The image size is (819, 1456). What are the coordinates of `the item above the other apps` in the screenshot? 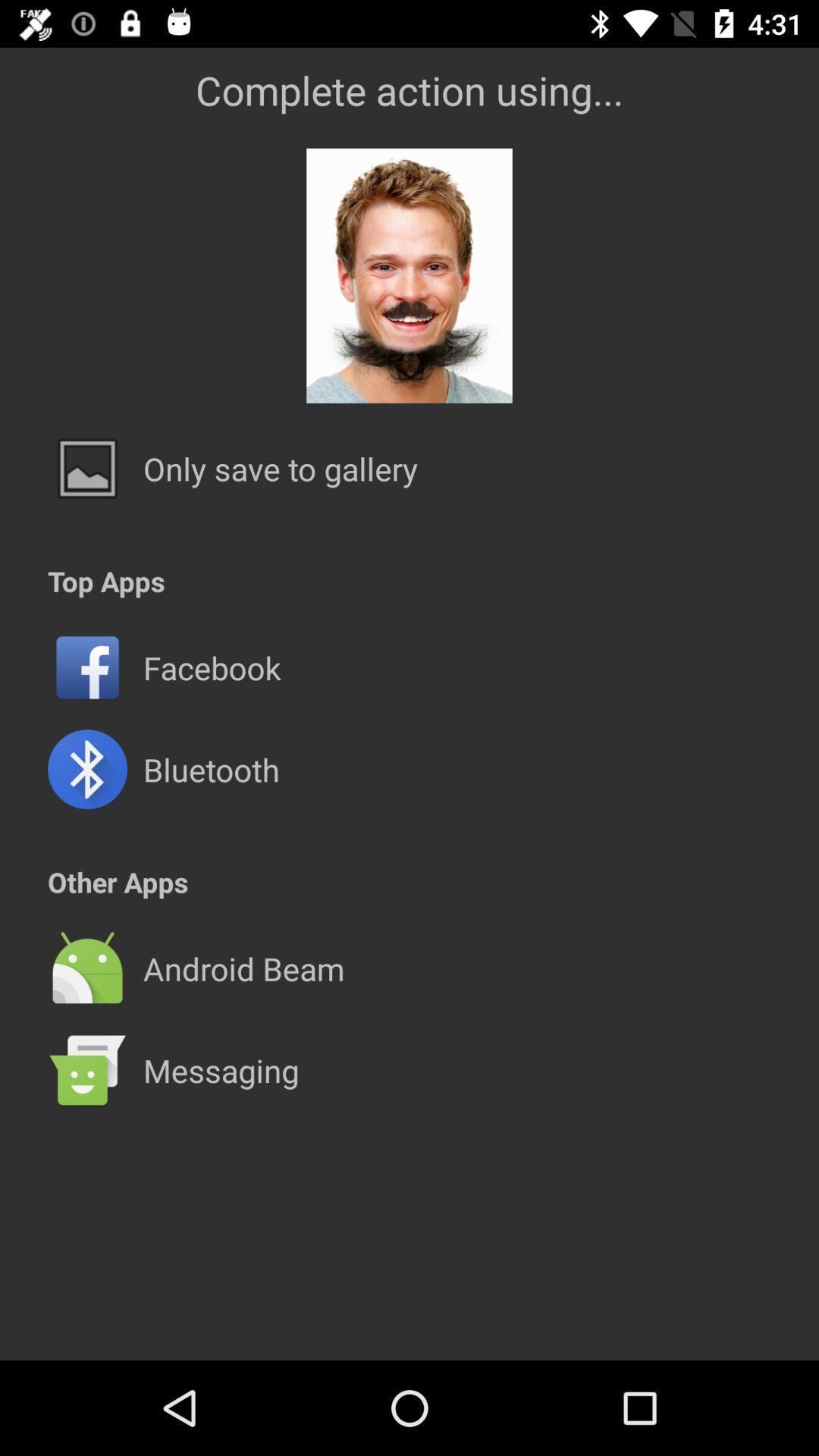 It's located at (211, 769).